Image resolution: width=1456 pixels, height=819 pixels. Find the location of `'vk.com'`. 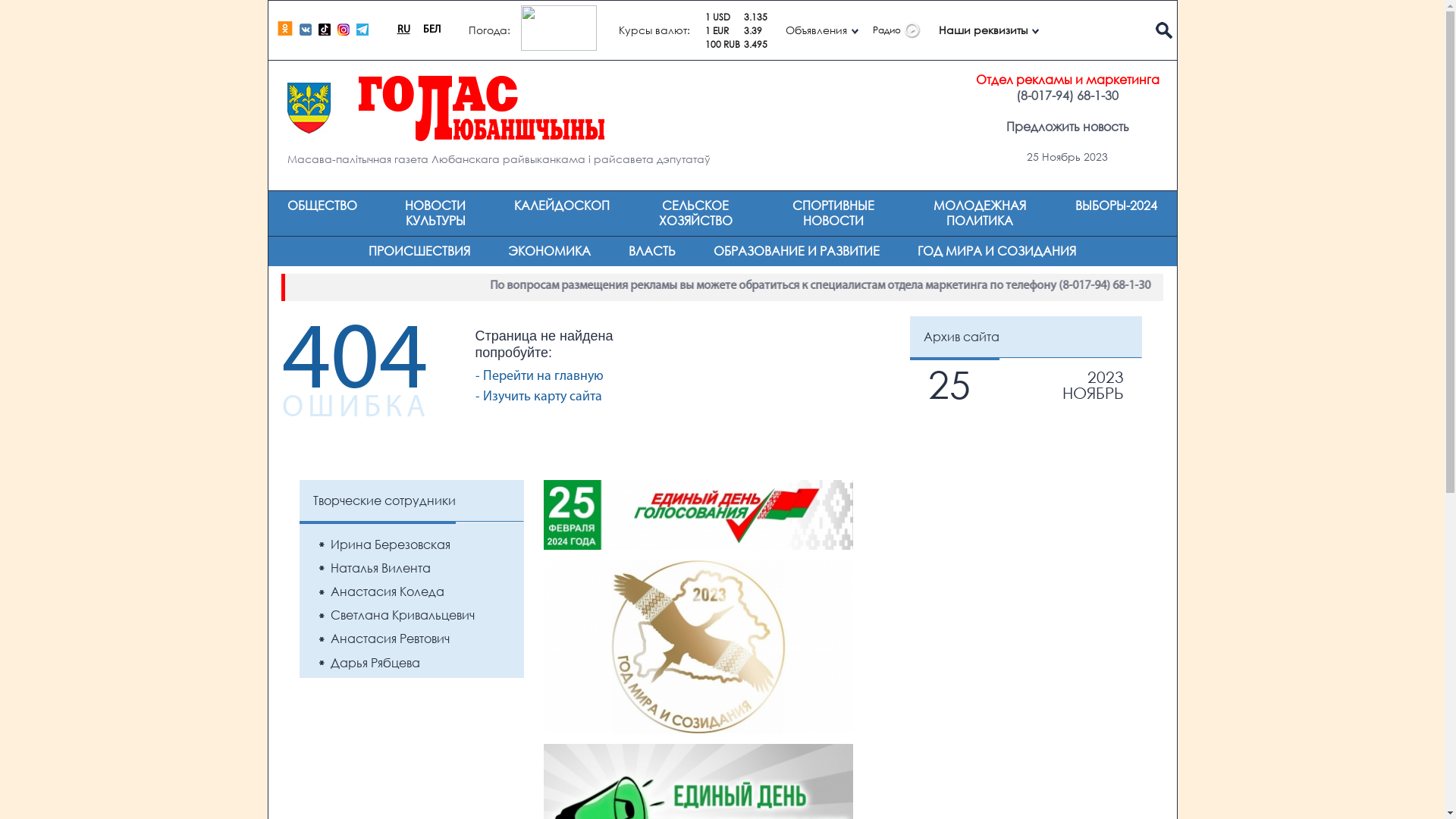

'vk.com' is located at coordinates (307, 33).